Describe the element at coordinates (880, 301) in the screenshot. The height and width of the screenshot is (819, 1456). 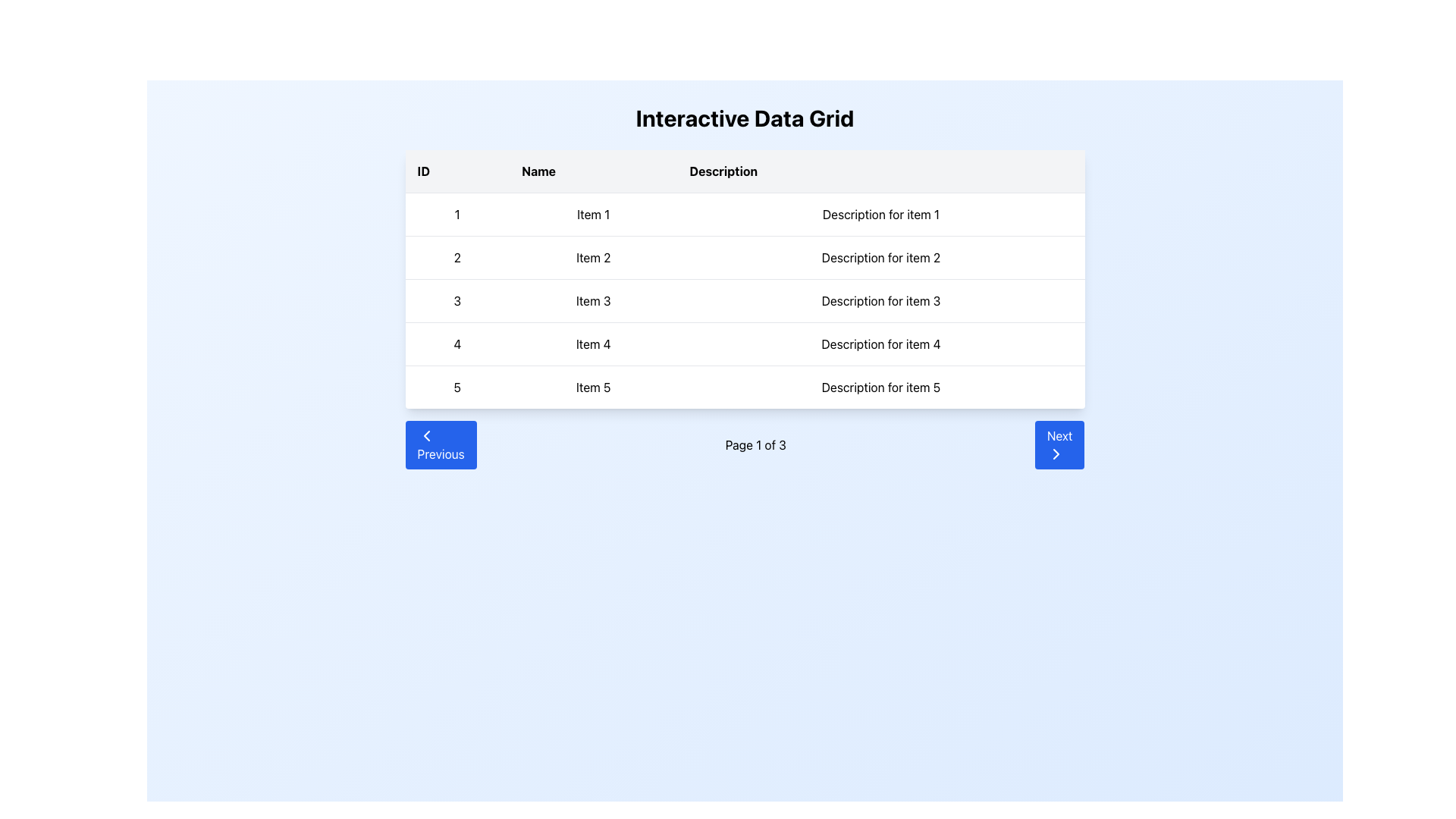
I see `the text label providing the description for item 3 in the data grid, located in the third row under the 'Description' column` at that location.